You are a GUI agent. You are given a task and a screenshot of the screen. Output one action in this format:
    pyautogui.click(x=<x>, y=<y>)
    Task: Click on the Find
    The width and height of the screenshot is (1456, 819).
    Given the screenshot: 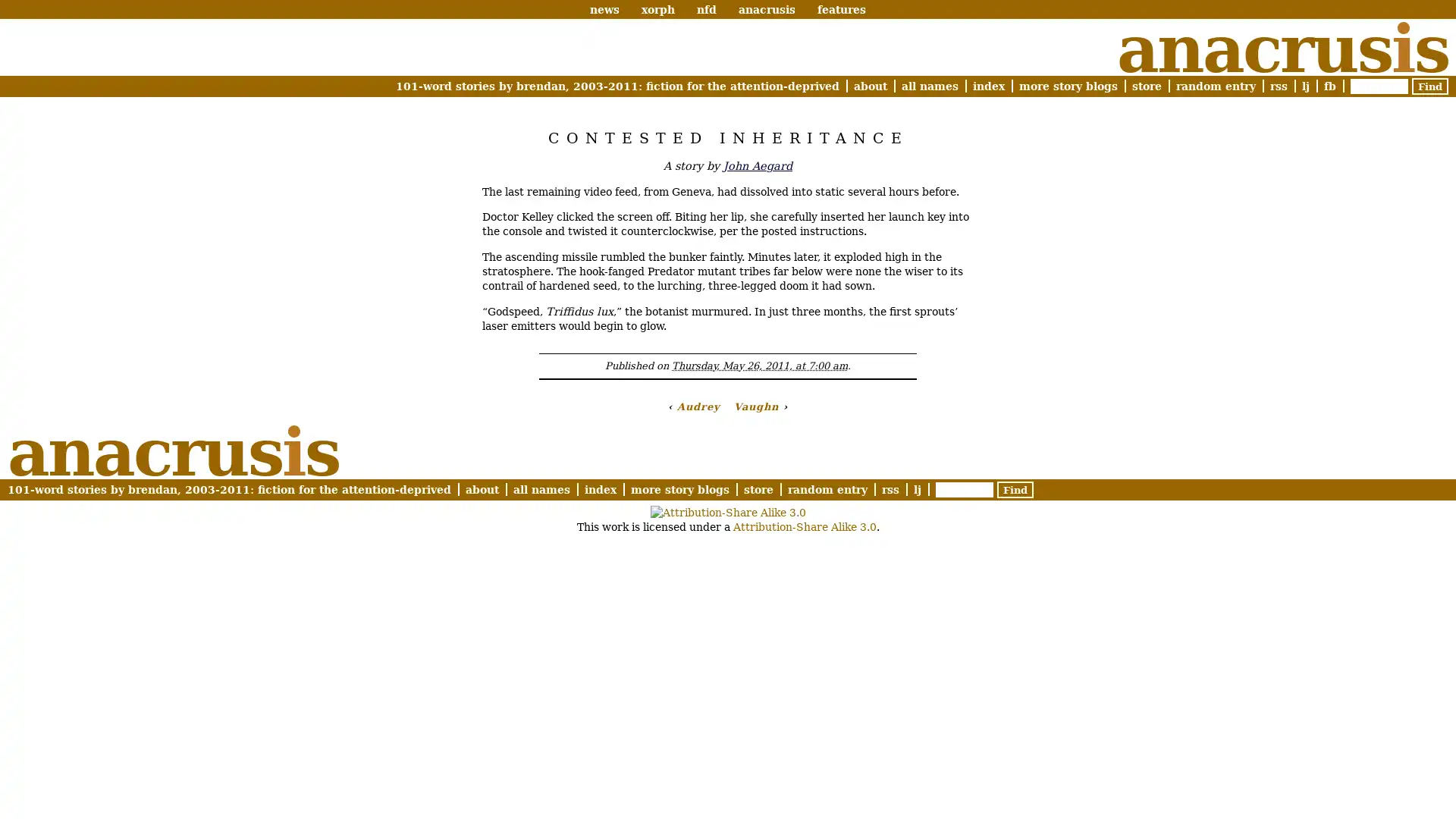 What is the action you would take?
    pyautogui.click(x=1015, y=489)
    